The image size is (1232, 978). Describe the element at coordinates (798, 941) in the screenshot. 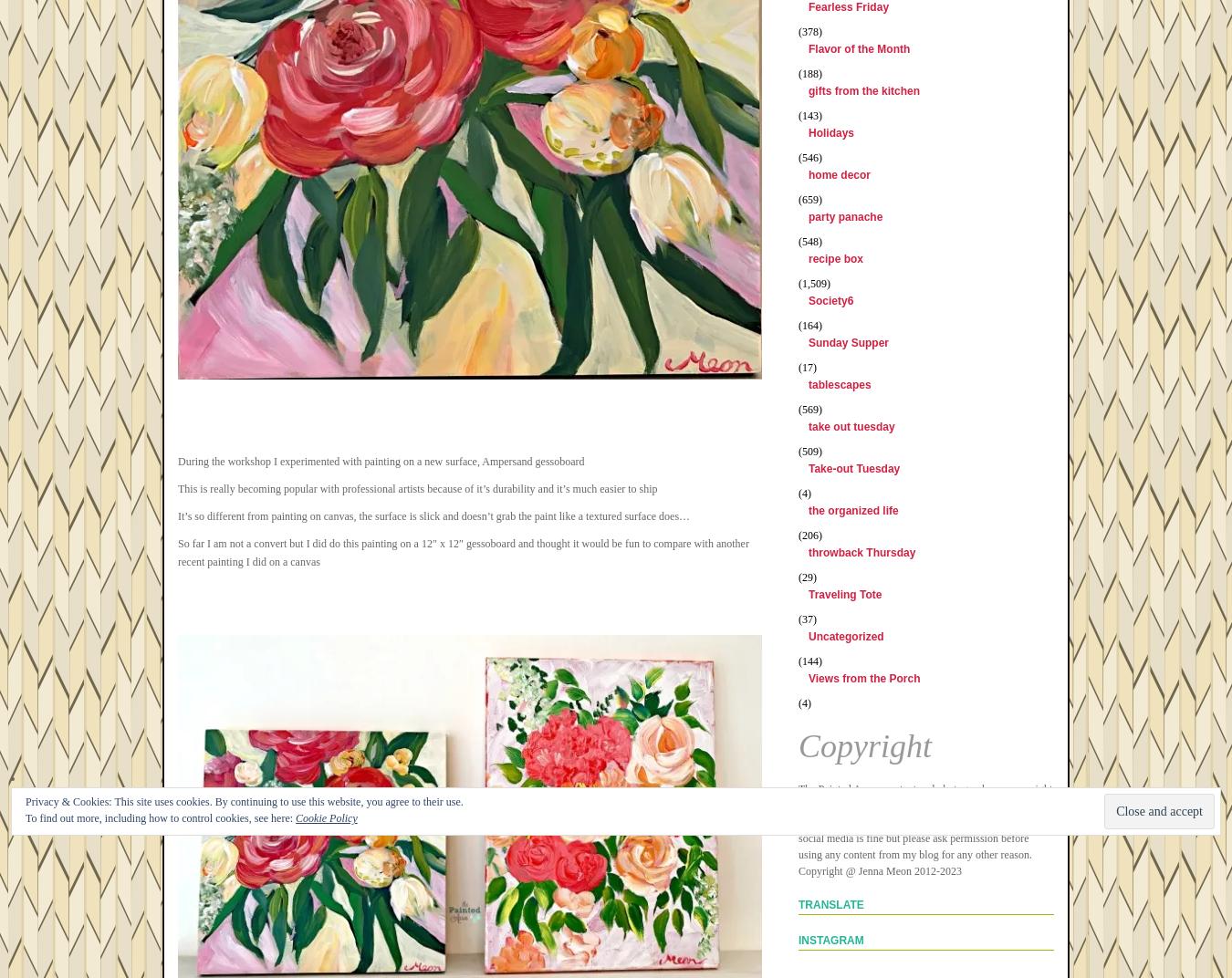

I see `'Instagram'` at that location.